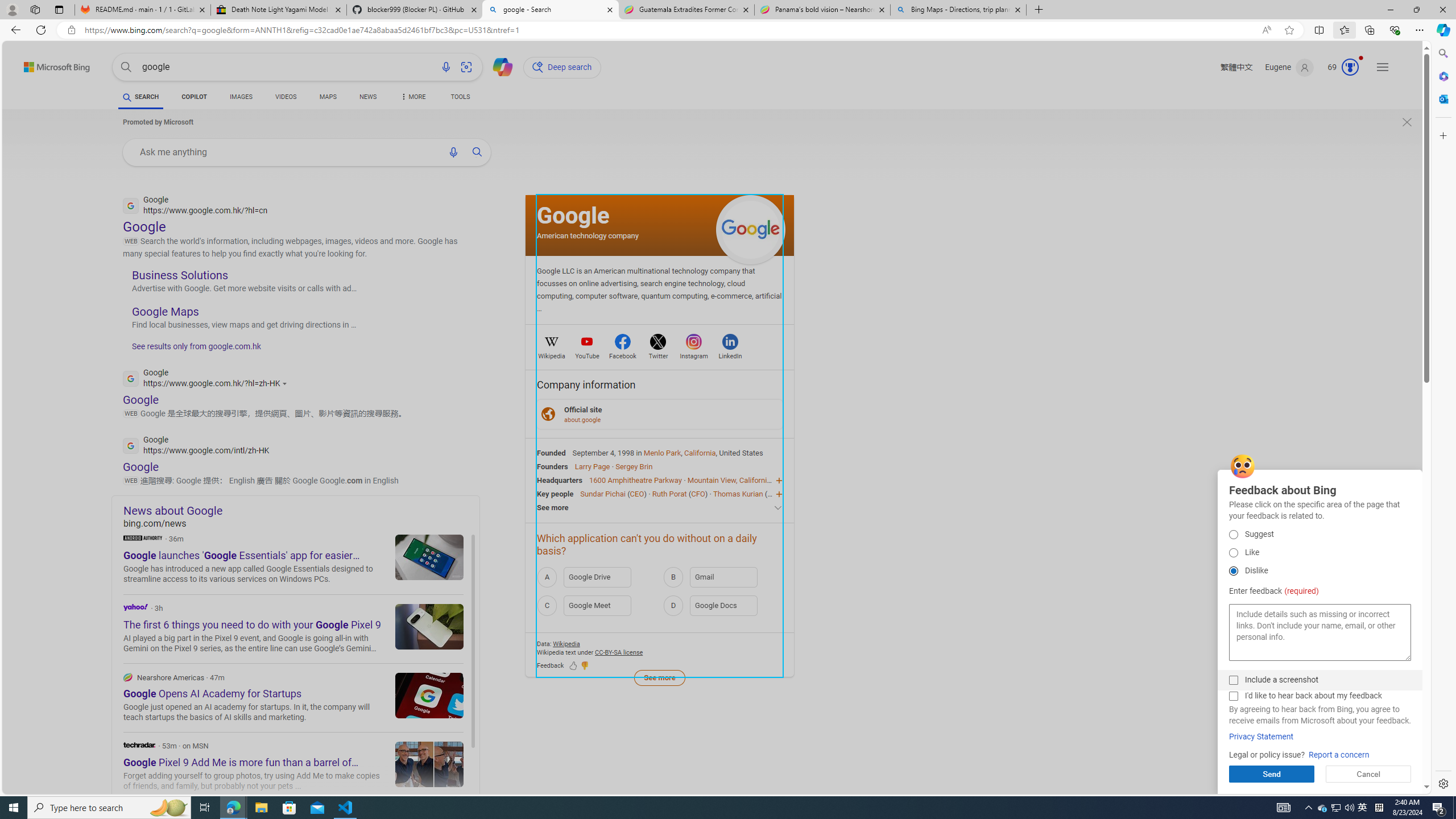 Image resolution: width=1456 pixels, height=819 pixels. I want to click on 'Send', so click(1271, 773).